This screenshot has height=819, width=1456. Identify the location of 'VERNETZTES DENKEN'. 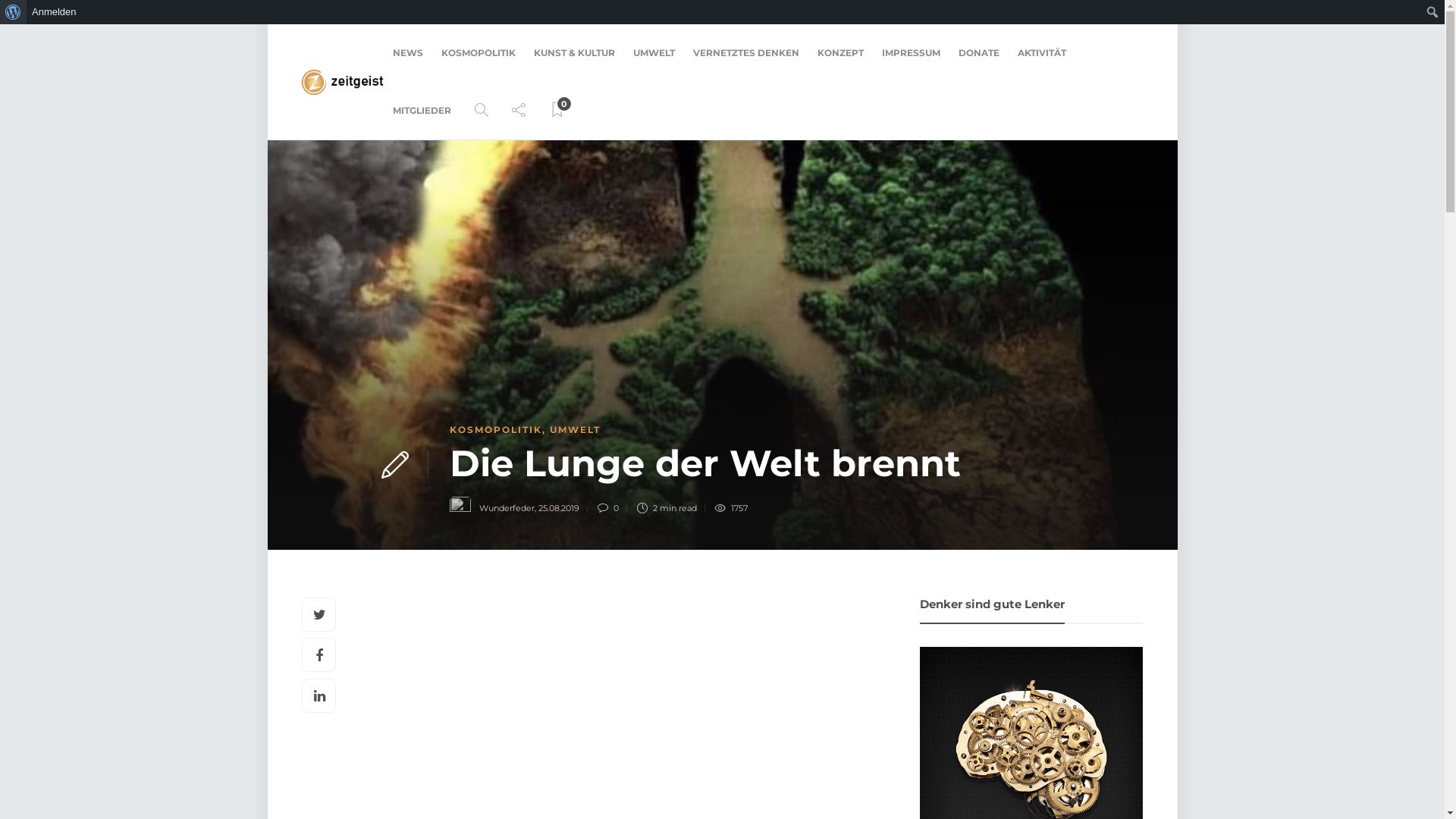
(745, 52).